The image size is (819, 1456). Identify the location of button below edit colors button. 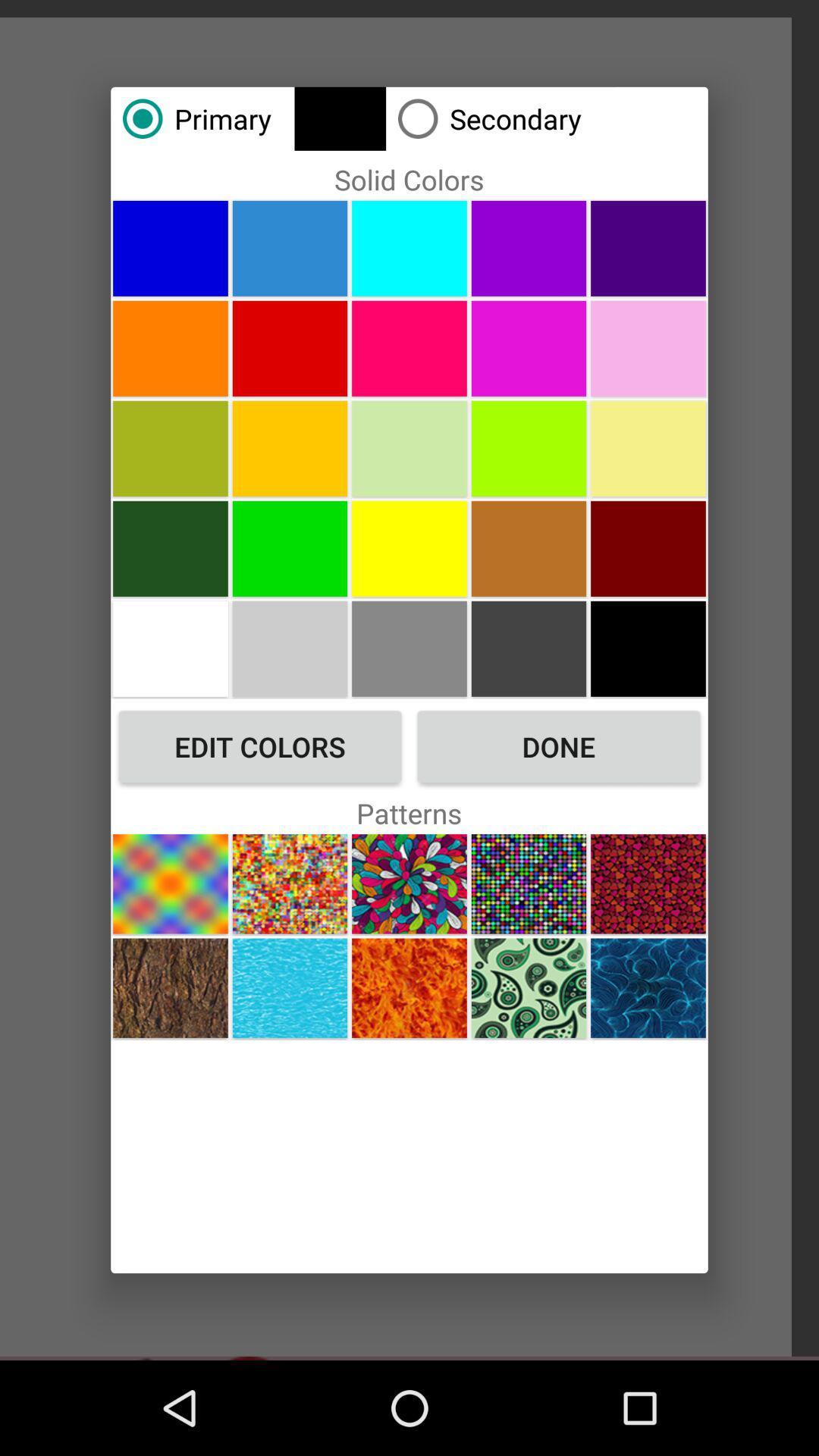
(290, 883).